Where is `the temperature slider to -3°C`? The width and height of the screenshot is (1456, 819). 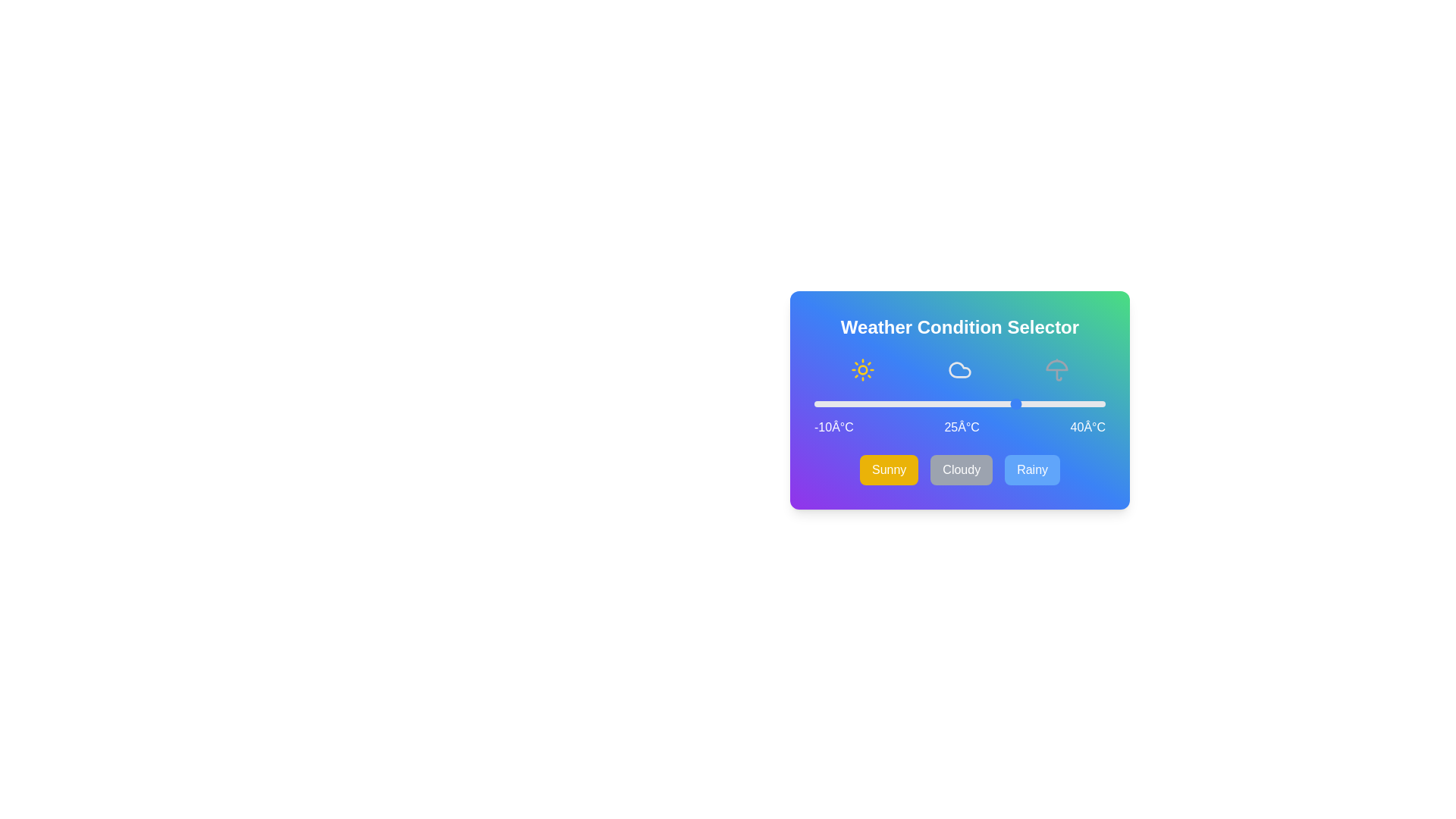
the temperature slider to -3°C is located at coordinates (855, 403).